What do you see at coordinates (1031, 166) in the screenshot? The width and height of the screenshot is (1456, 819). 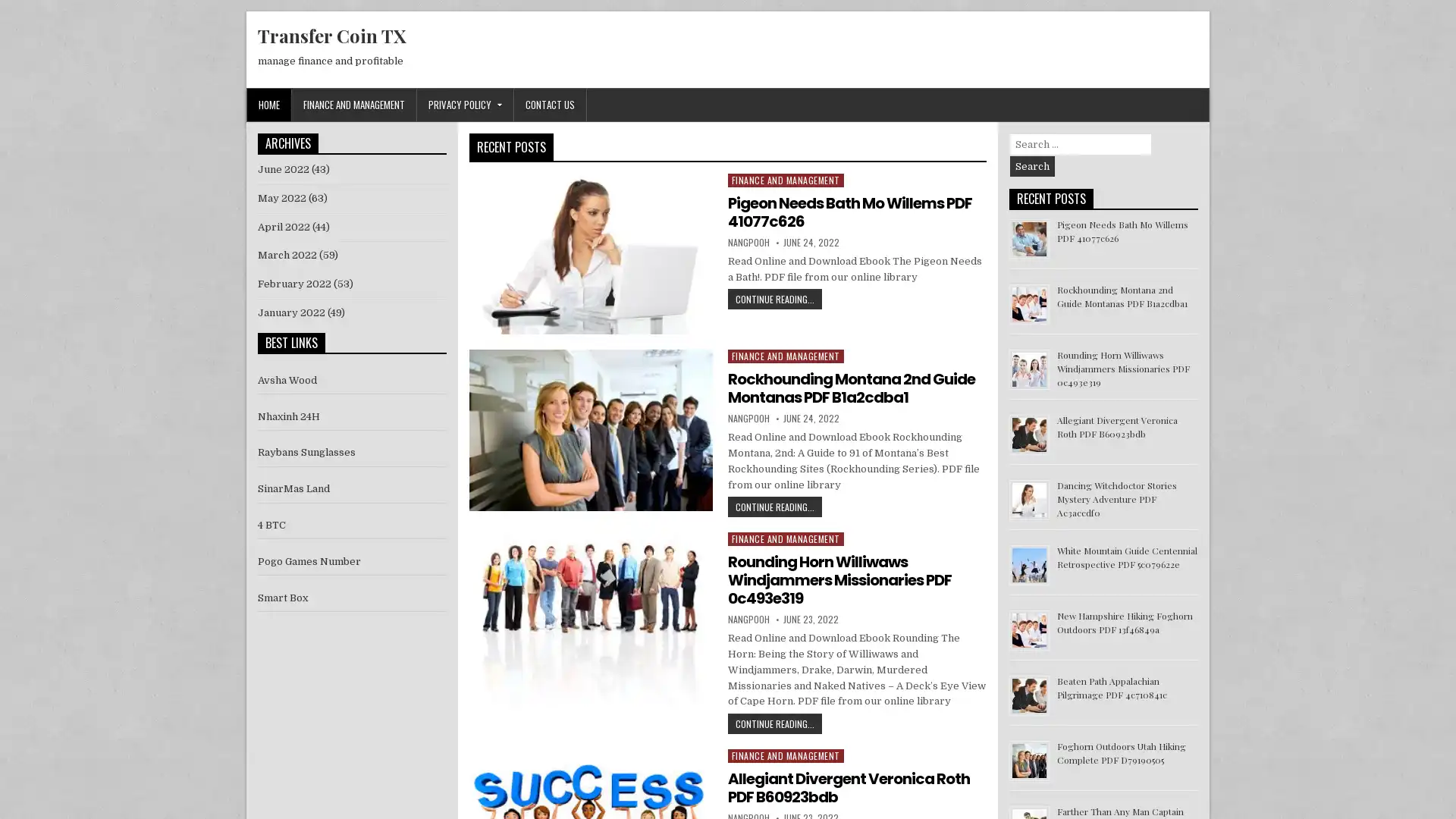 I see `Search` at bounding box center [1031, 166].